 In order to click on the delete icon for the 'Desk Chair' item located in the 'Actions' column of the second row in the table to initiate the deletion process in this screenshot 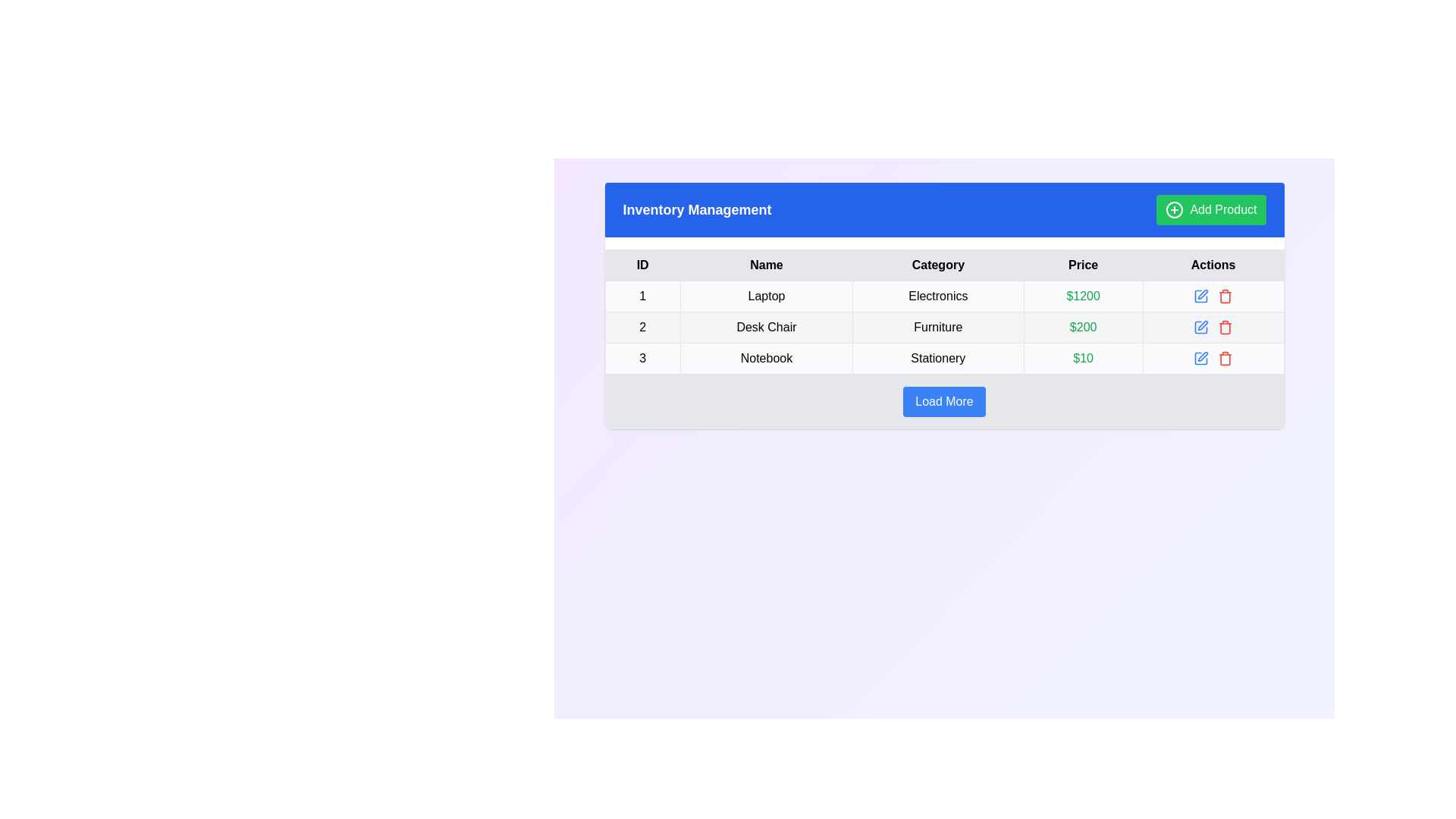, I will do `click(1225, 328)`.